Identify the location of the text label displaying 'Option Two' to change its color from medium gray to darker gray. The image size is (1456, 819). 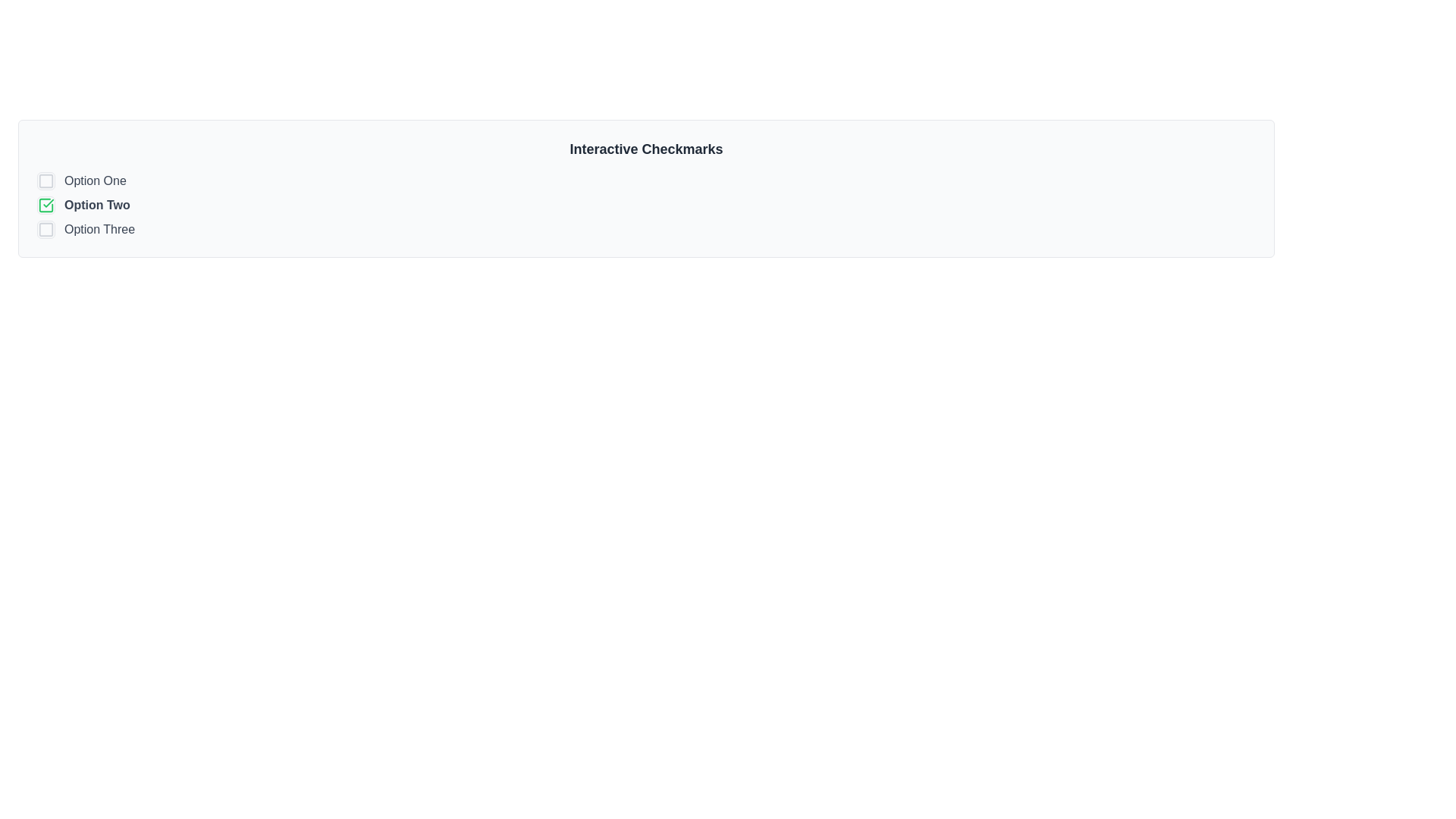
(96, 205).